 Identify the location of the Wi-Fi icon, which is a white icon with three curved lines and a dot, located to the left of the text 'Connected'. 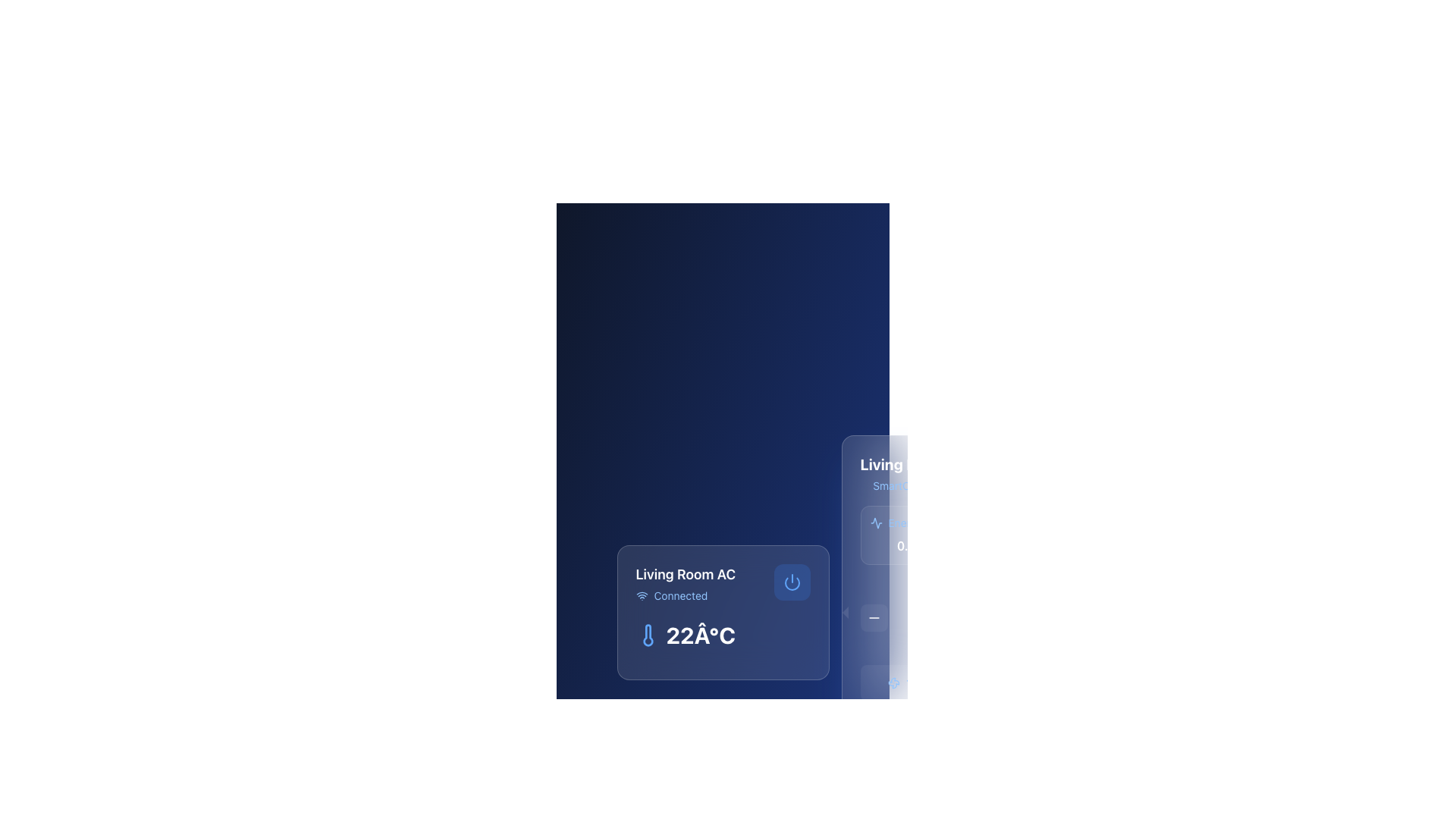
(642, 595).